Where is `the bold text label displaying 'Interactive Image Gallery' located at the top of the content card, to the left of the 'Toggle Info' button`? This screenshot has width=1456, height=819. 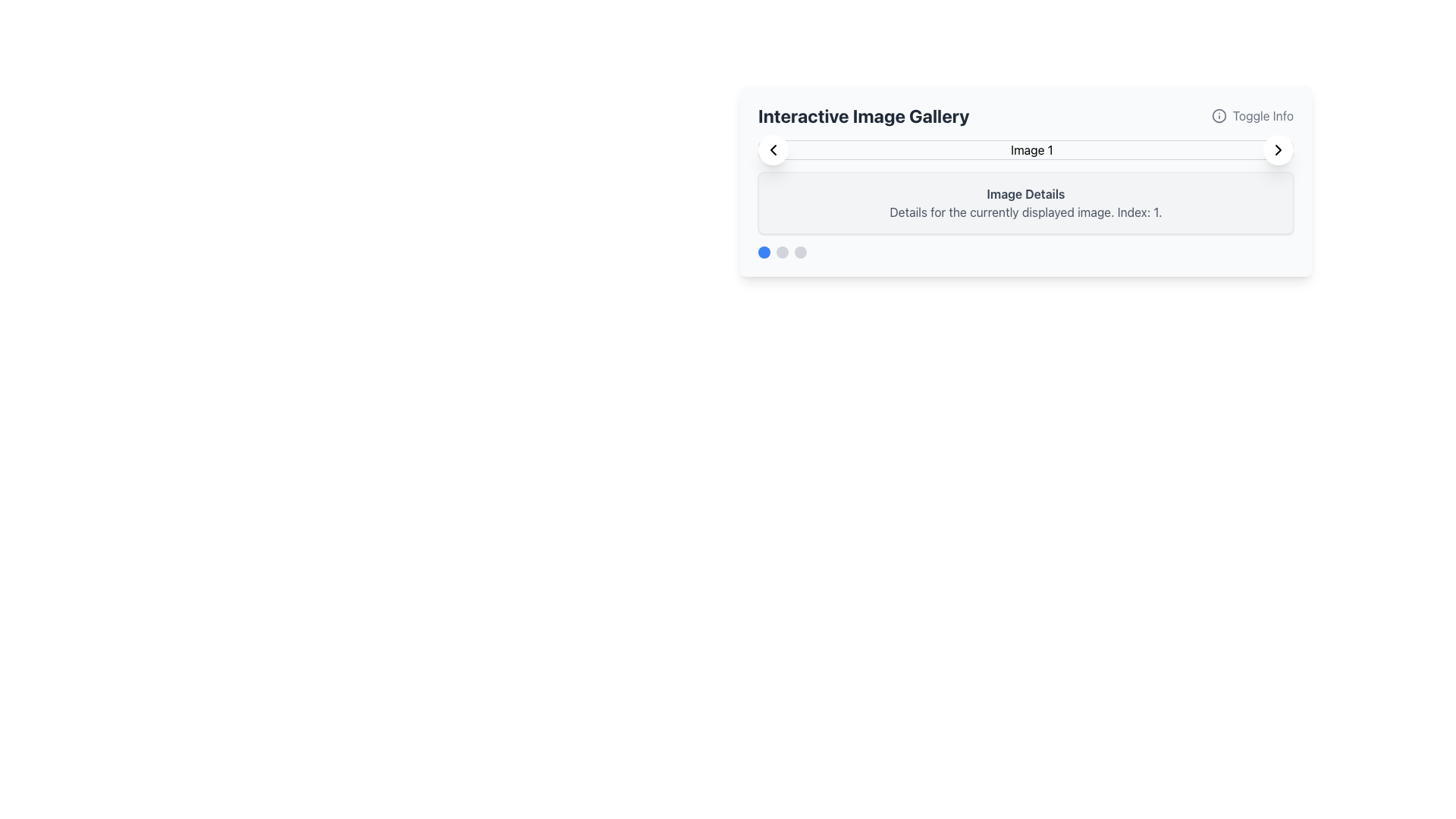
the bold text label displaying 'Interactive Image Gallery' located at the top of the content card, to the left of the 'Toggle Info' button is located at coordinates (864, 115).